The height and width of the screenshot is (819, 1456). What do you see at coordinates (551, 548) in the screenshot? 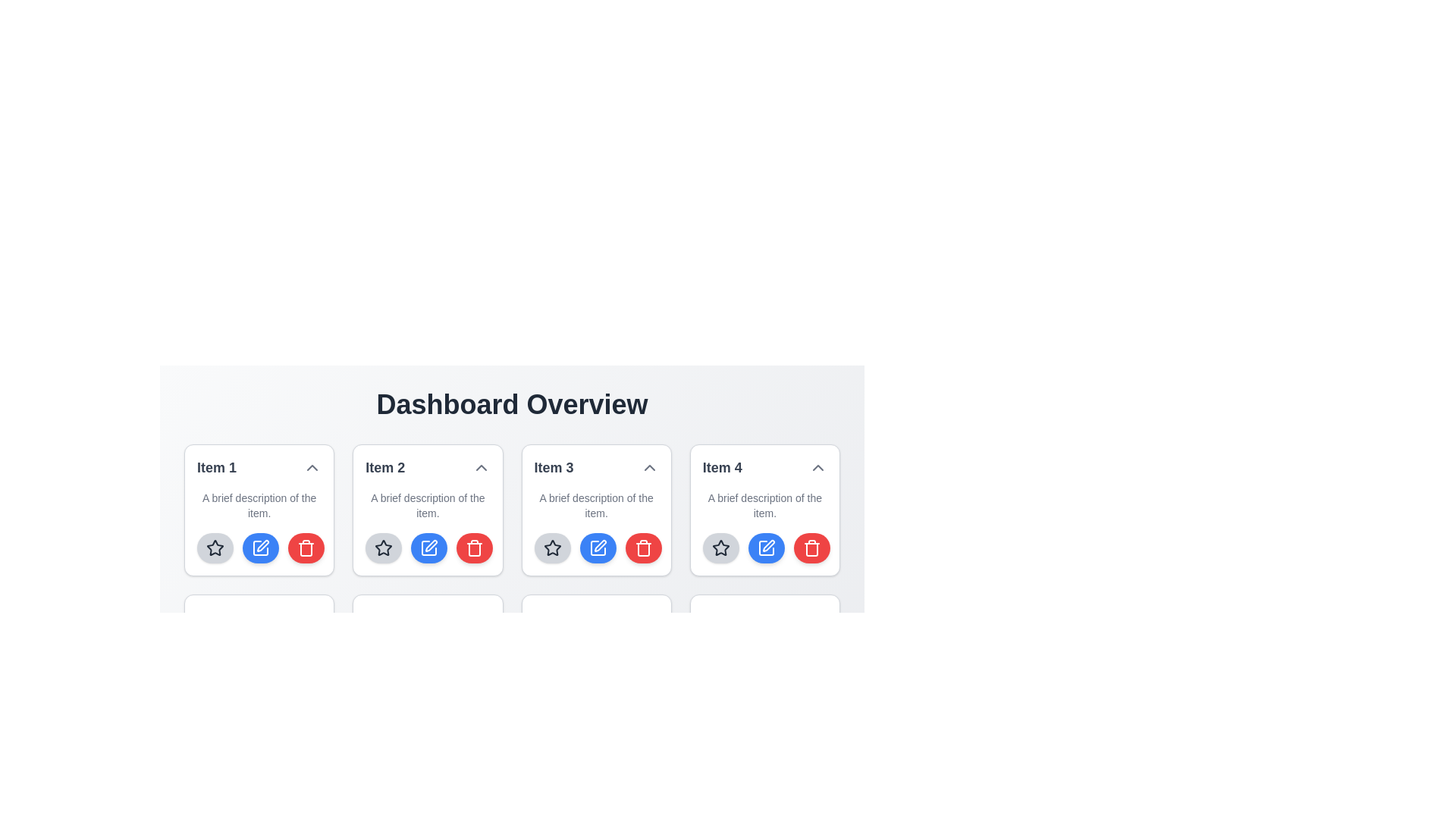
I see `the star icon button located as the leftmost icon in the action button row of the third card in the 'Dashboard Overview' section to mark it as a favorite` at bounding box center [551, 548].